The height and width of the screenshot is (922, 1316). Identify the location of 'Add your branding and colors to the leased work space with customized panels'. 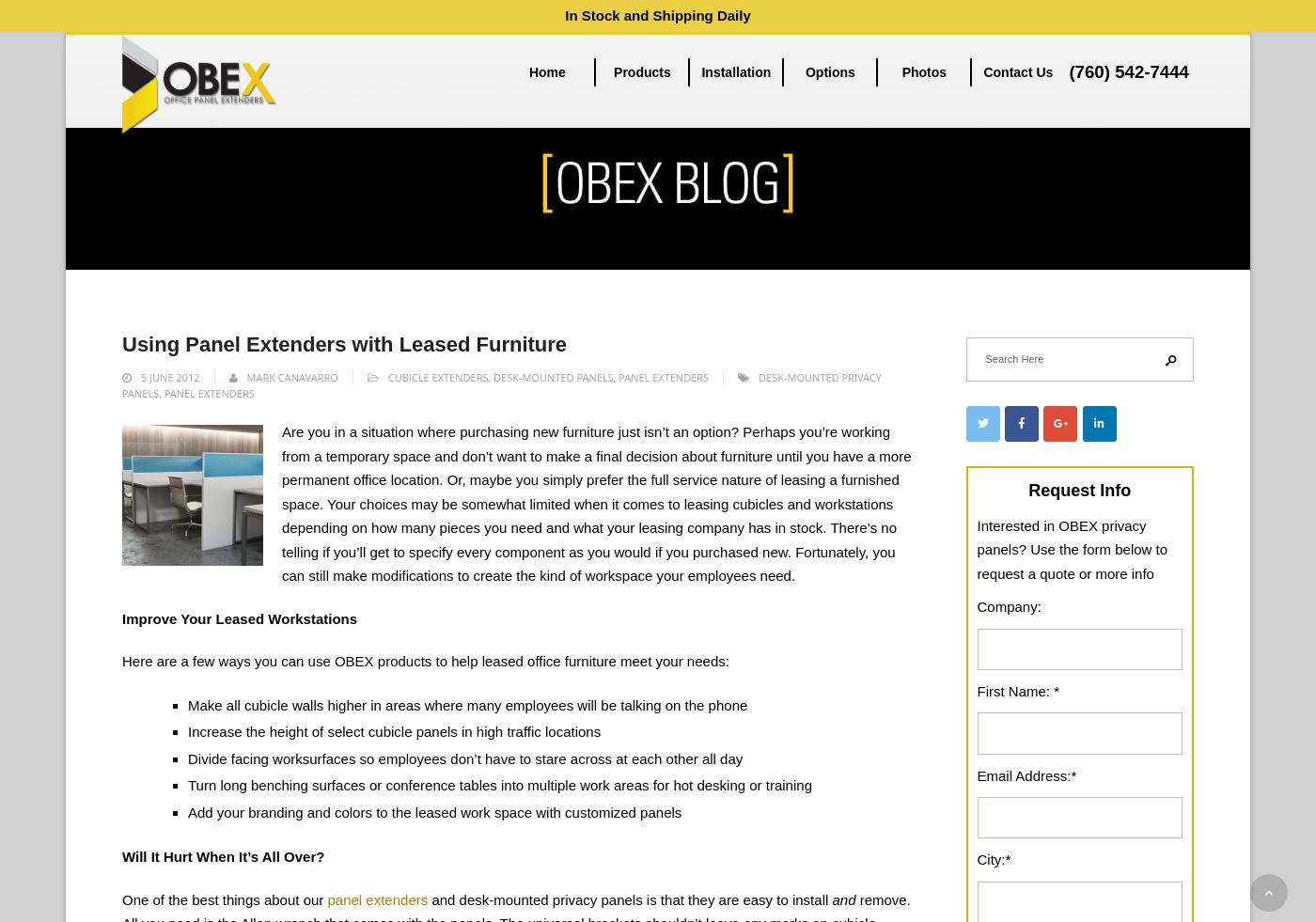
(434, 811).